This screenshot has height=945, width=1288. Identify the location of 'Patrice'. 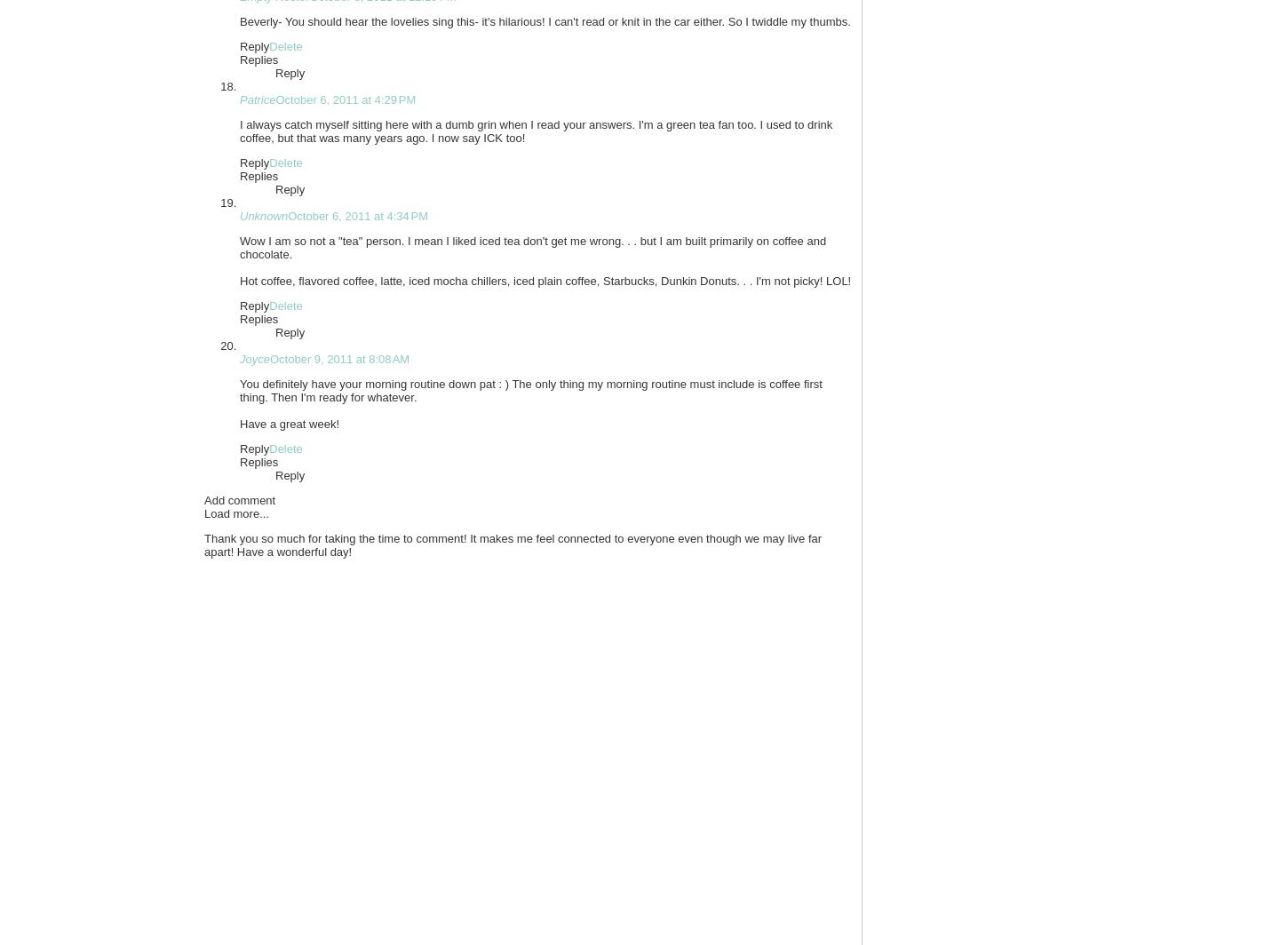
(239, 99).